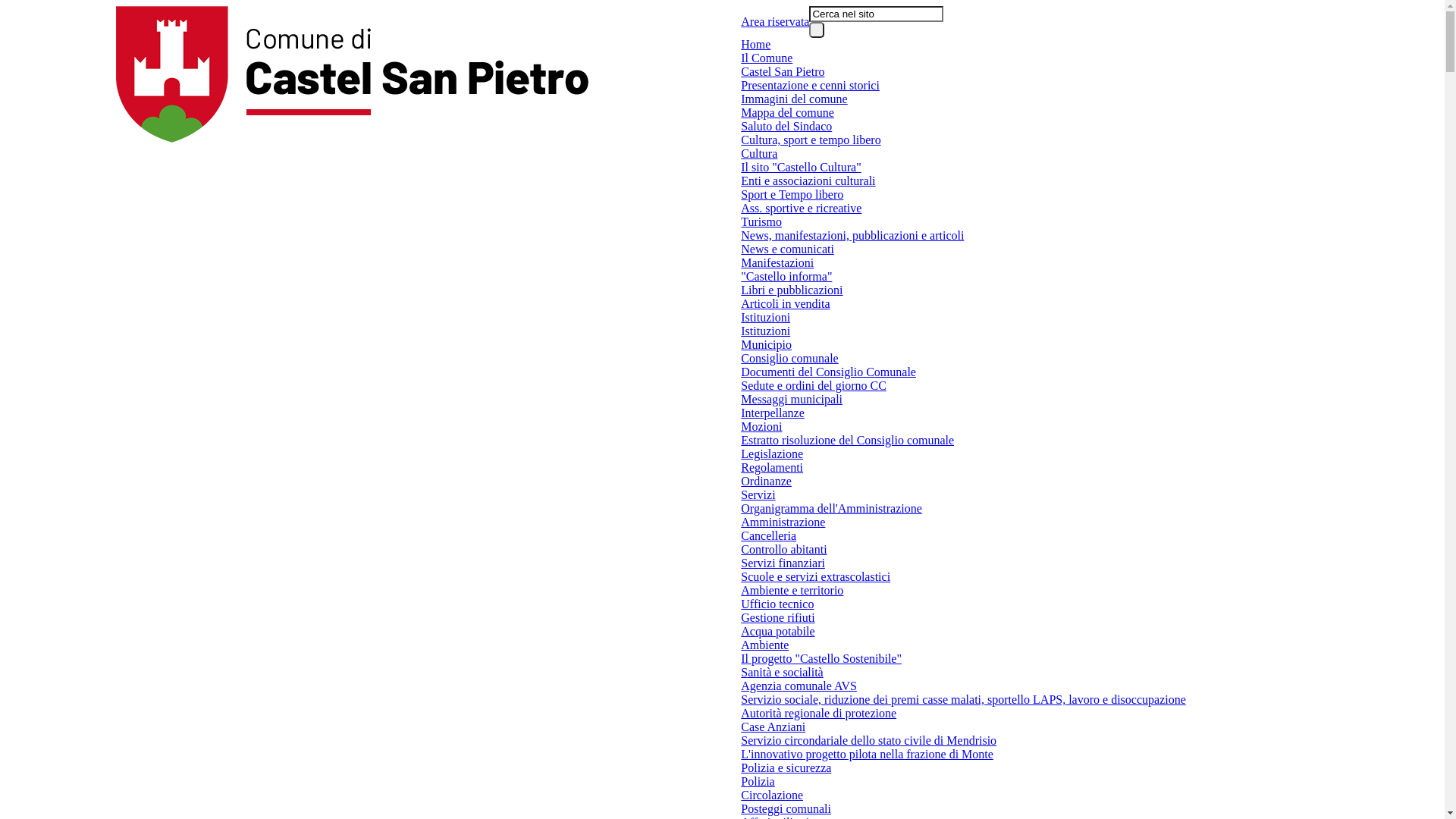 This screenshot has height=819, width=1456. Describe the element at coordinates (785, 304) in the screenshot. I see `'Articoli in vendita'` at that location.